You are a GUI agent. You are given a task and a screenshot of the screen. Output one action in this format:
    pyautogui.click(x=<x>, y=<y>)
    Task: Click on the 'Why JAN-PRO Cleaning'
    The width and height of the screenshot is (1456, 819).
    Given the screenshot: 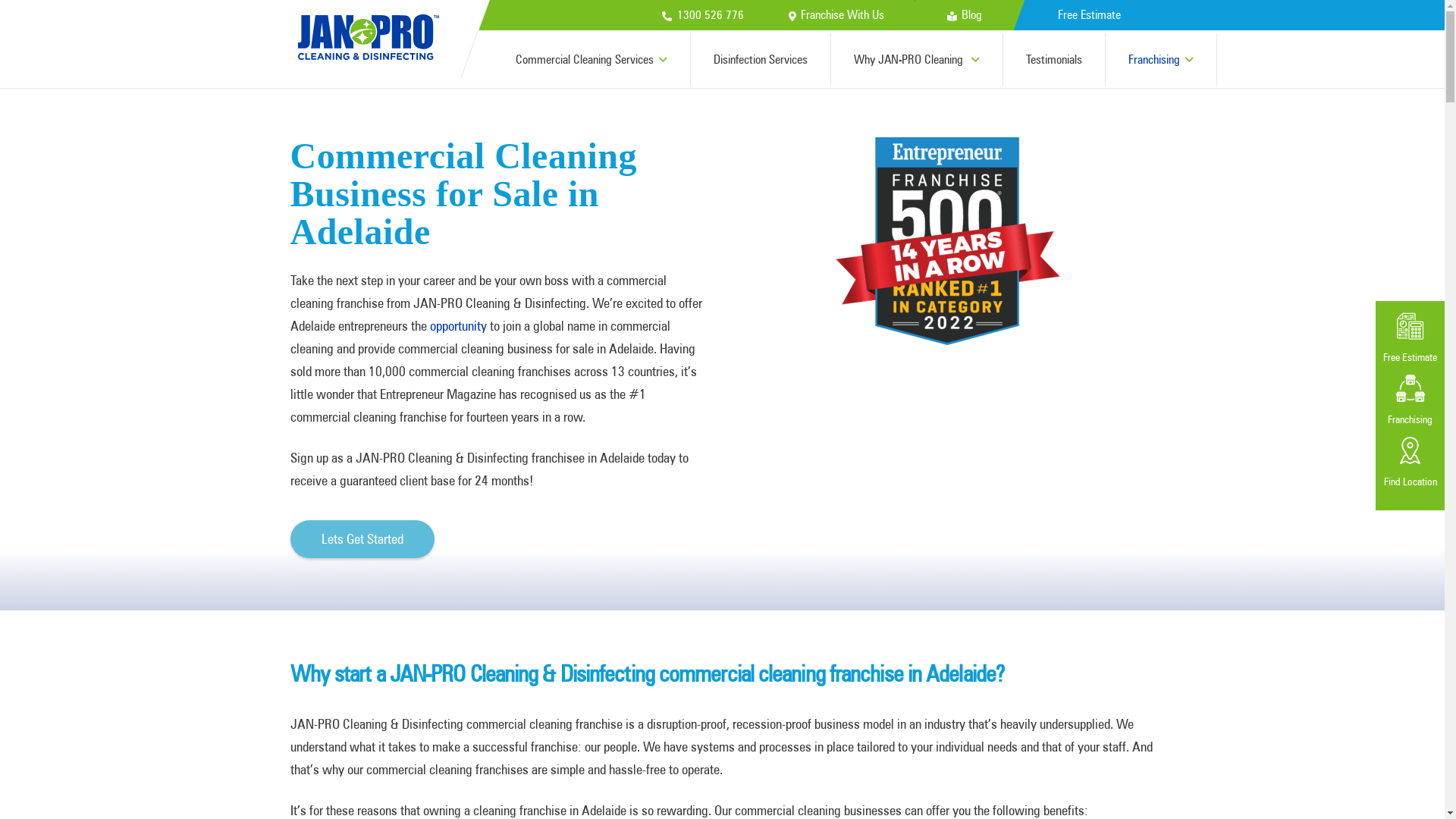 What is the action you would take?
    pyautogui.click(x=916, y=58)
    